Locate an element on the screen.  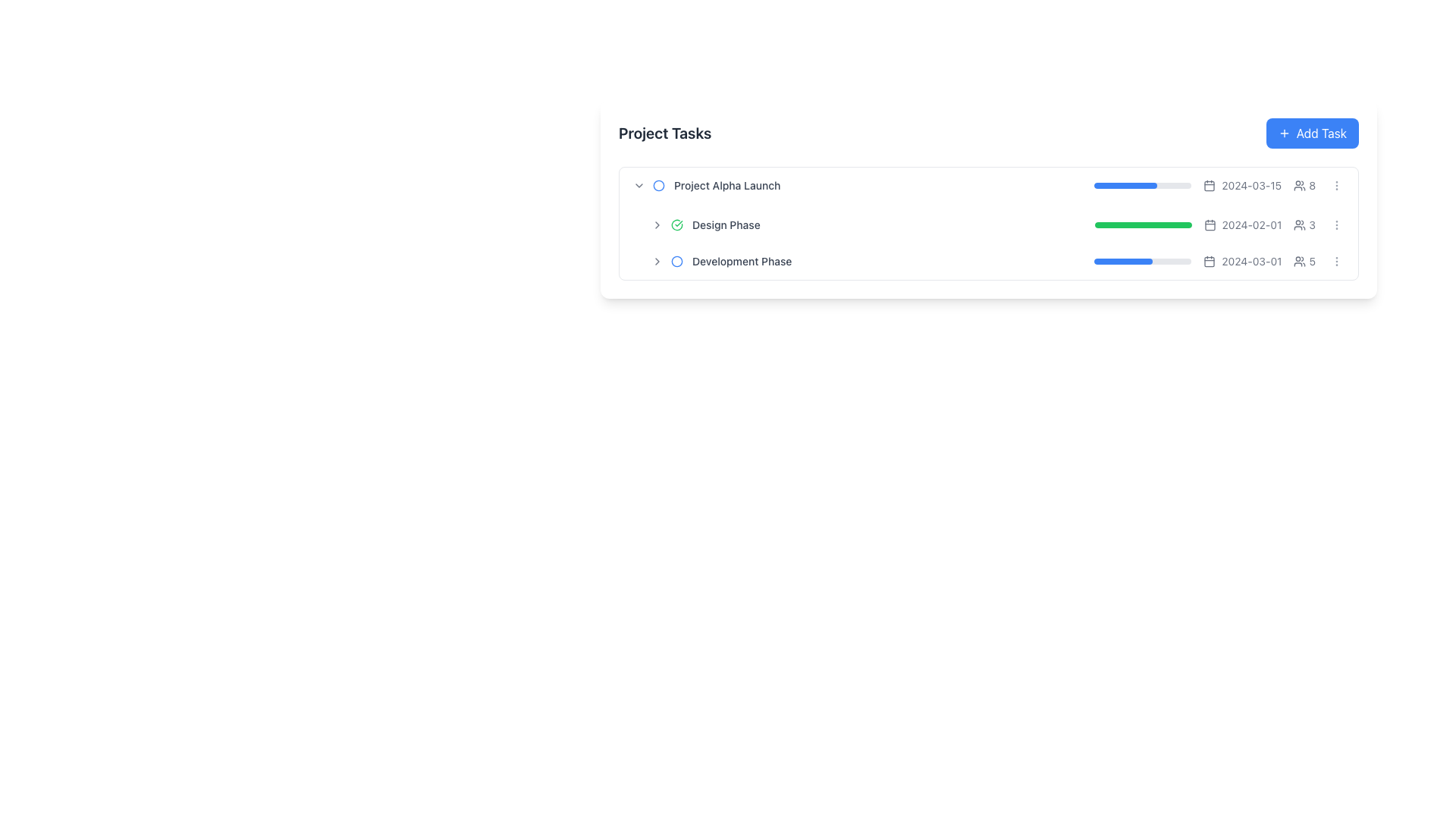
the visual indicator icon representing the 'Development Phase' of a task, located next to the text 'Development Phase' in the 'Project Tasks' section is located at coordinates (658, 185).